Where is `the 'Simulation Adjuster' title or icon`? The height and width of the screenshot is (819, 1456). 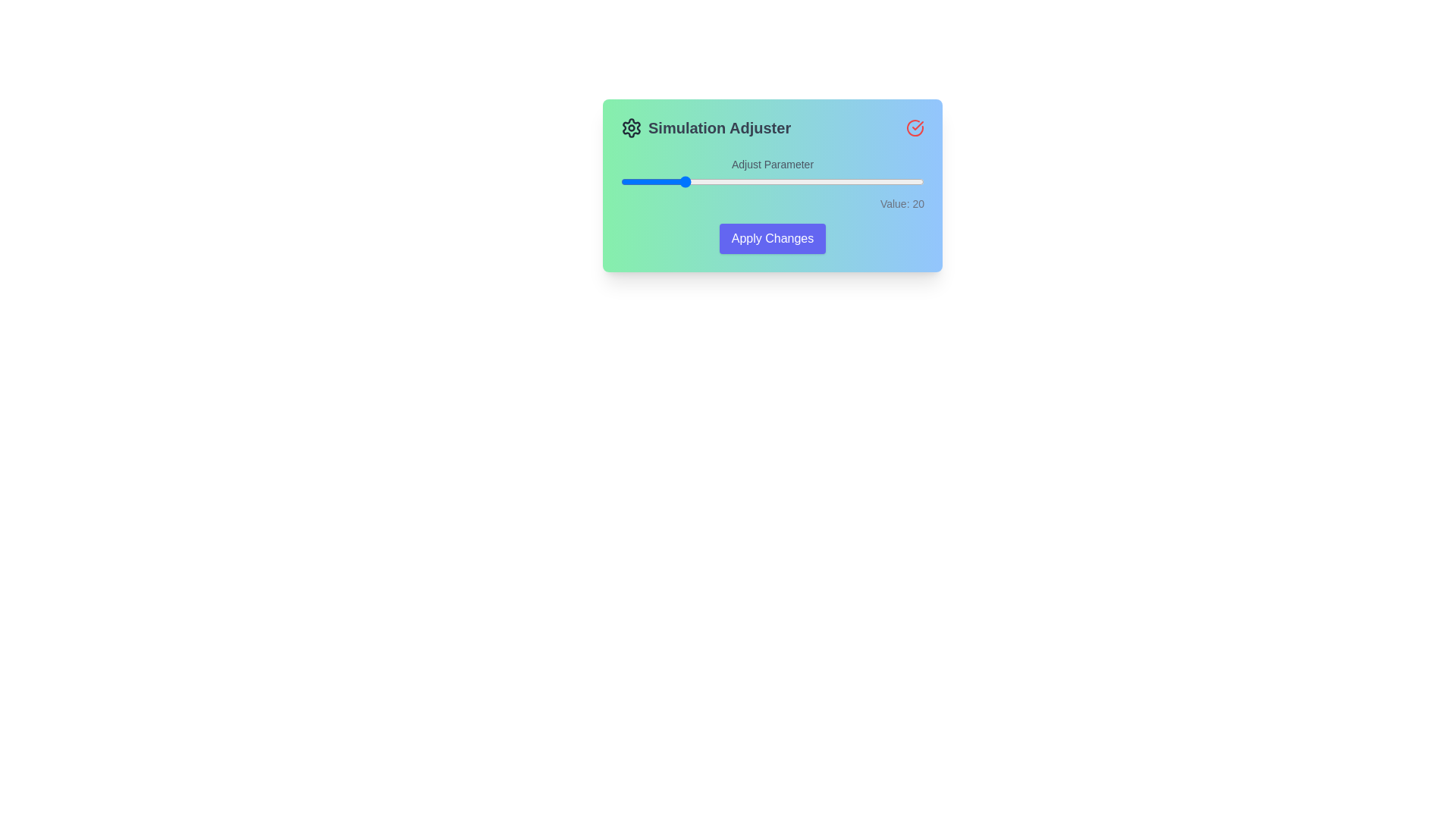
the 'Simulation Adjuster' title or icon is located at coordinates (632, 127).